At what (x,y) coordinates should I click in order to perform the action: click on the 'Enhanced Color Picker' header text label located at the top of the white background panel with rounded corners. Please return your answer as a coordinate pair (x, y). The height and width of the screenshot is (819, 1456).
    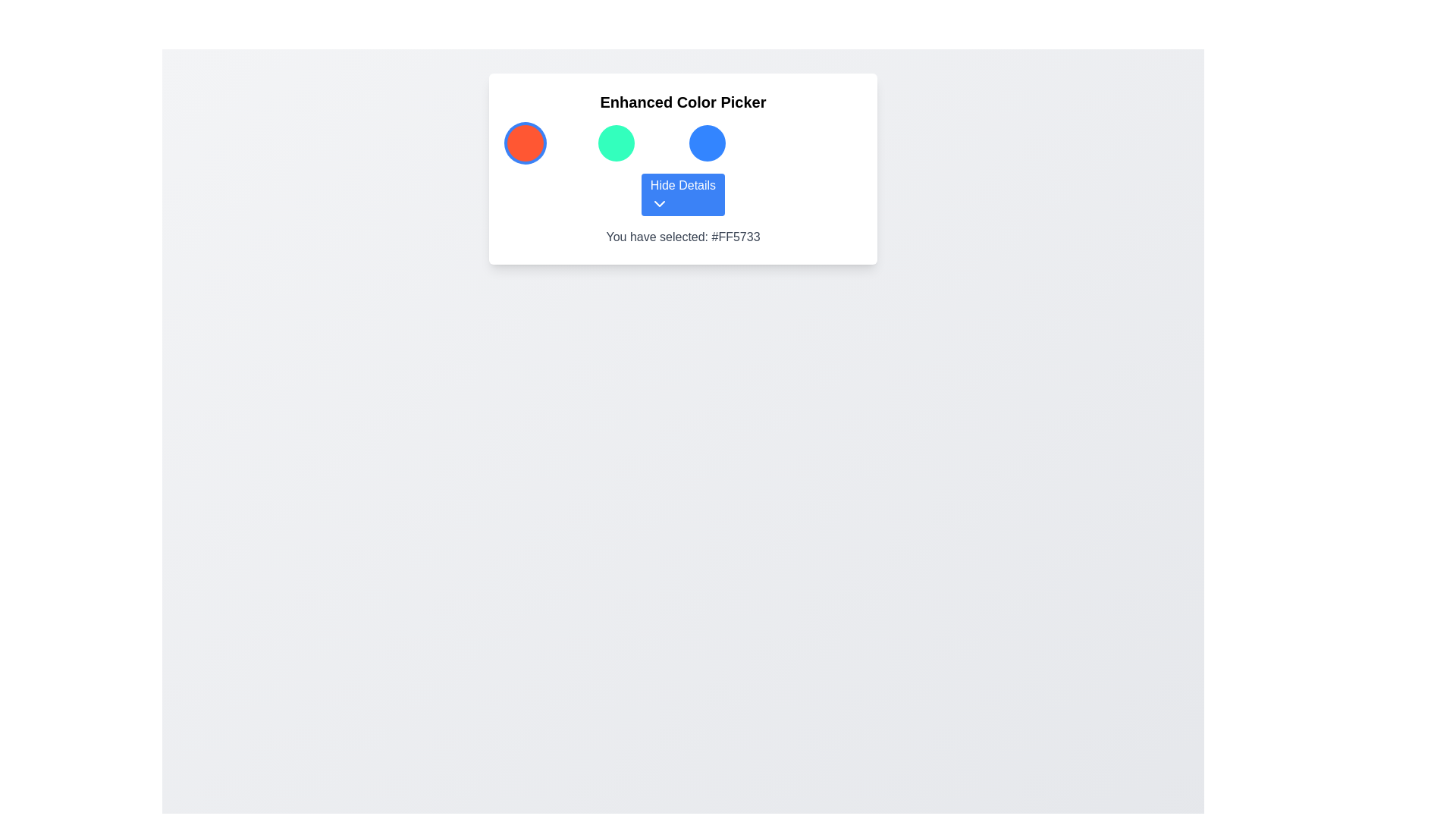
    Looking at the image, I should click on (682, 102).